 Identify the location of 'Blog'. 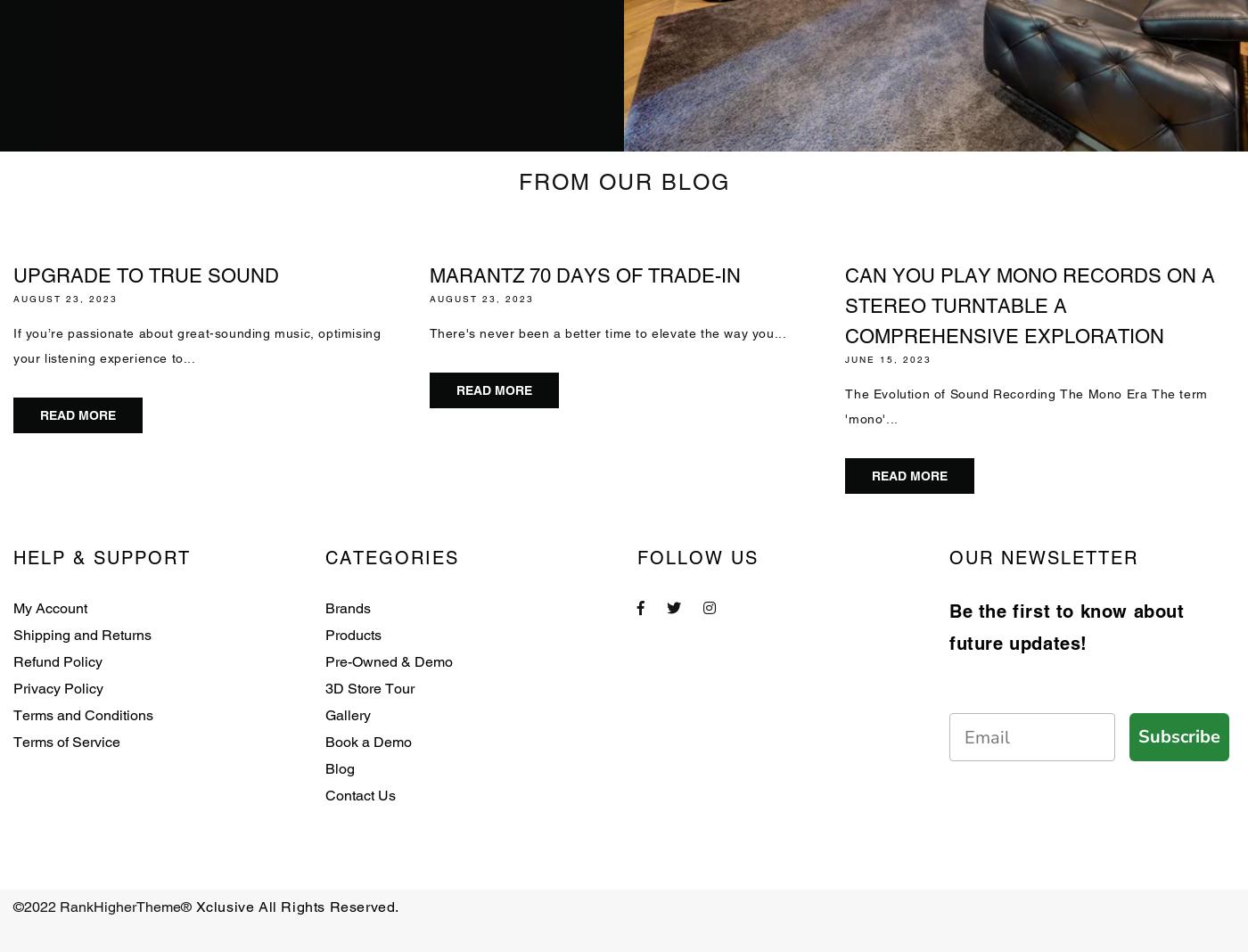
(340, 767).